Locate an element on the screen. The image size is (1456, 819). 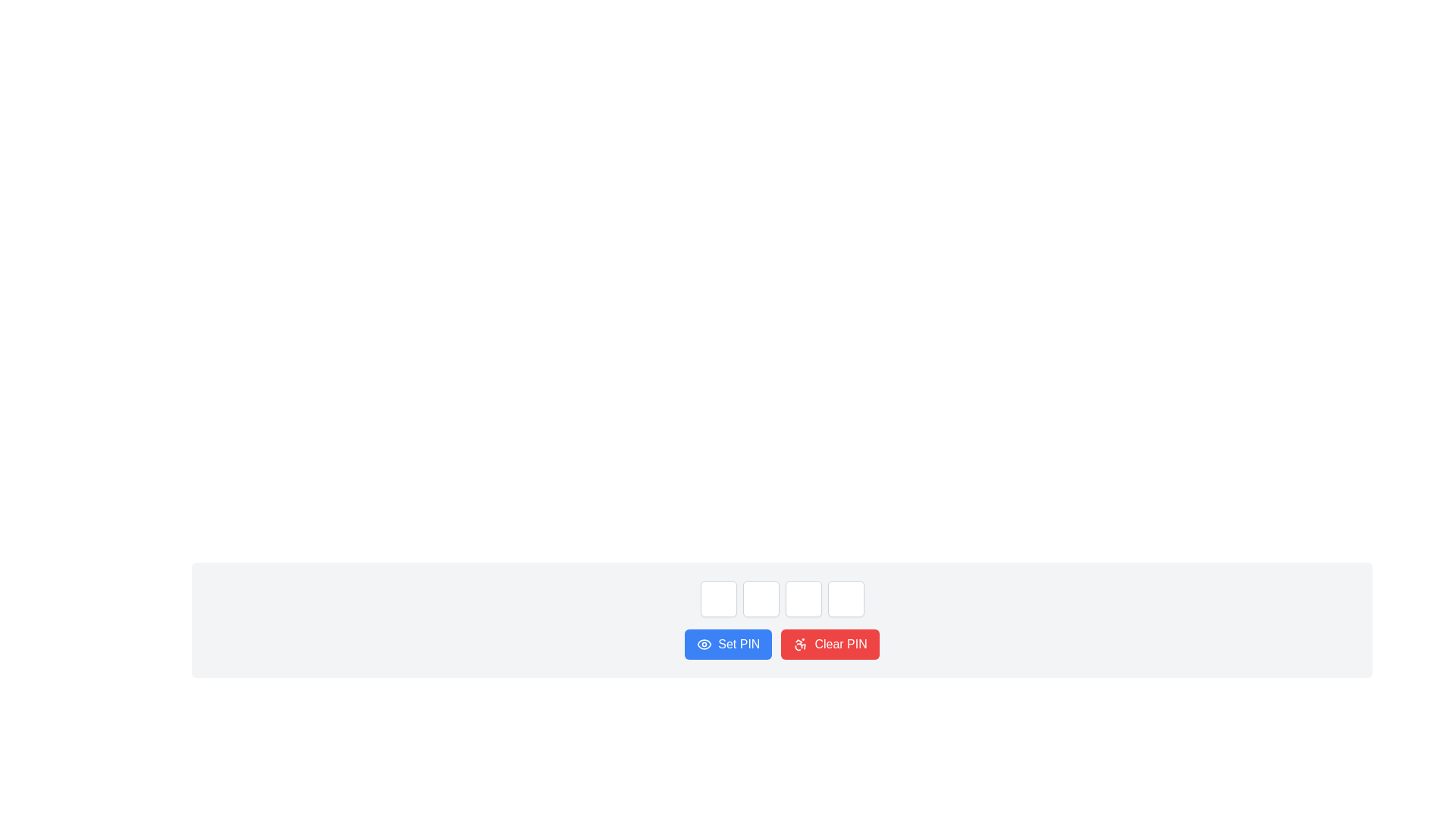
the visibility icon within the blue 'Set PIN' button, which allows previewing or toggling the visibility of the entered PIN is located at coordinates (704, 644).